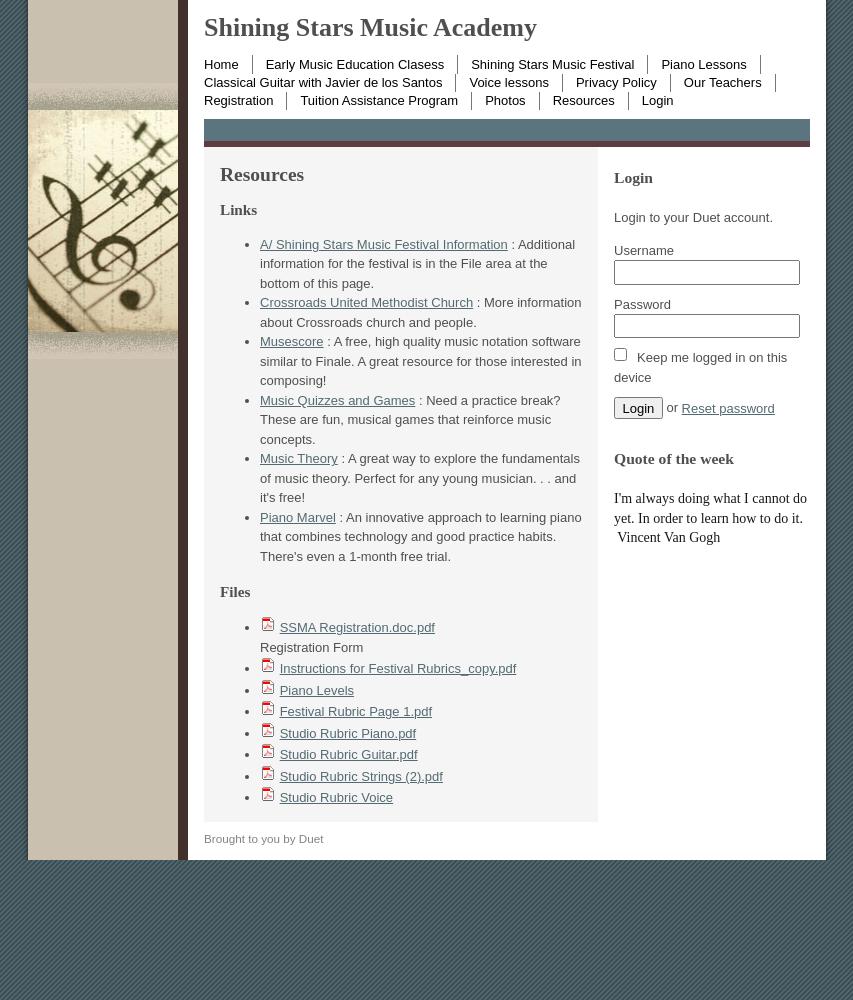  What do you see at coordinates (659, 62) in the screenshot?
I see `'Piano Lessons'` at bounding box center [659, 62].